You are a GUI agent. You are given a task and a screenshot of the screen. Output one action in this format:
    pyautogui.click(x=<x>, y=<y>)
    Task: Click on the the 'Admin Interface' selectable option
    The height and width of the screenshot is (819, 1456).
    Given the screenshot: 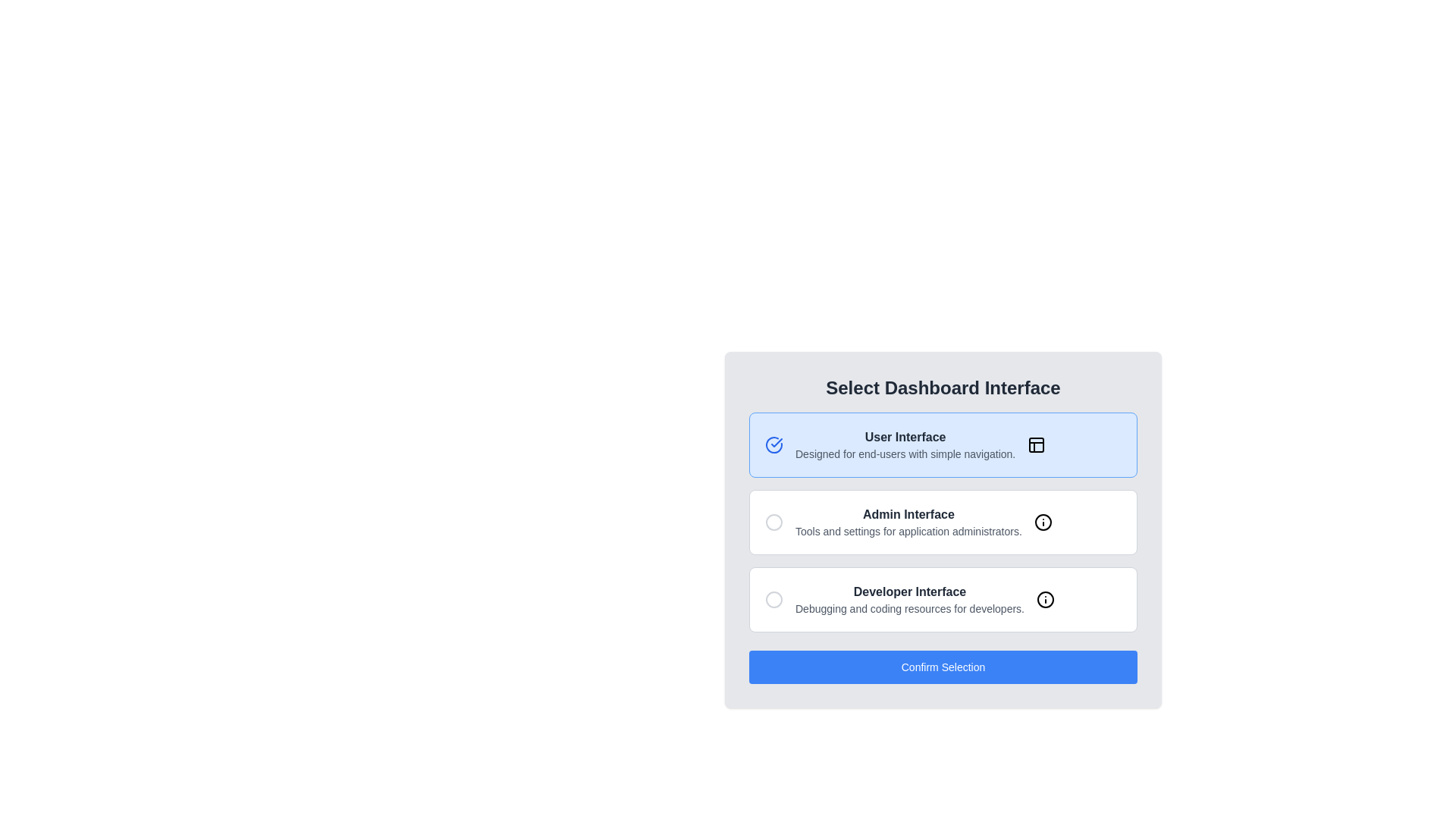 What is the action you would take?
    pyautogui.click(x=942, y=522)
    